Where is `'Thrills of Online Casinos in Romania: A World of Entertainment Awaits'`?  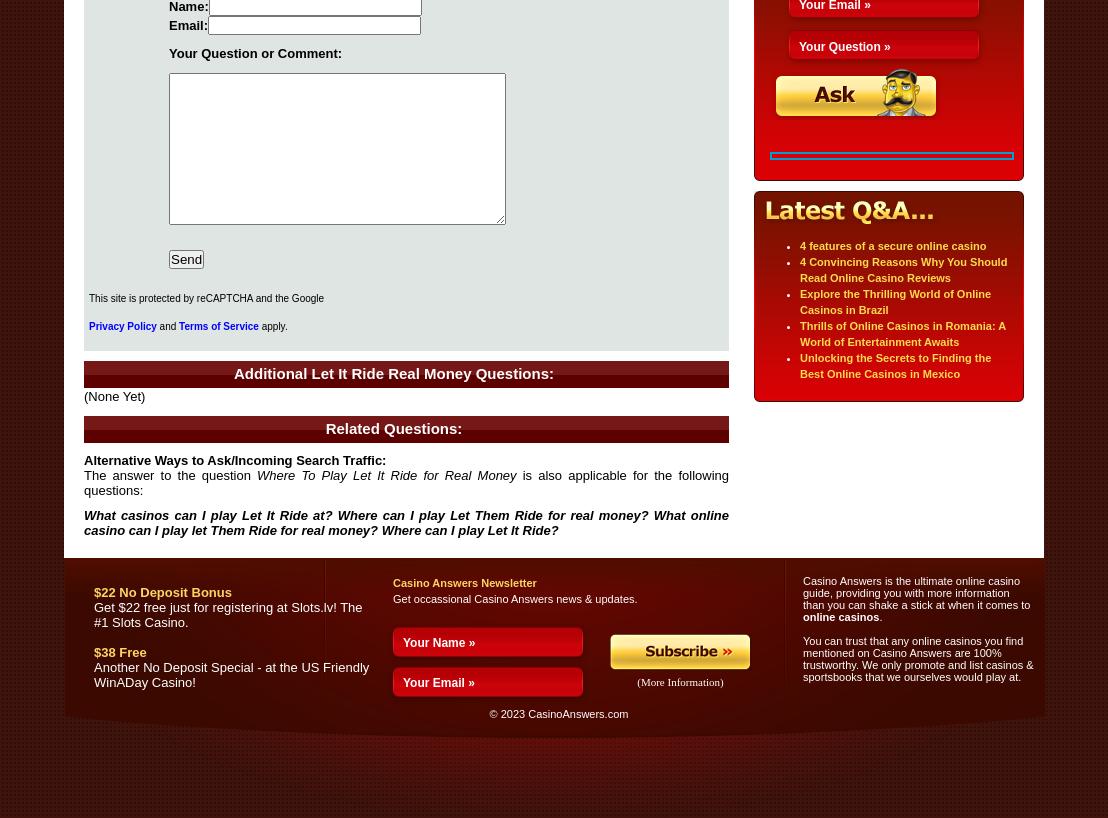
'Thrills of Online Casinos in Romania: A World of Entertainment Awaits' is located at coordinates (901, 332).